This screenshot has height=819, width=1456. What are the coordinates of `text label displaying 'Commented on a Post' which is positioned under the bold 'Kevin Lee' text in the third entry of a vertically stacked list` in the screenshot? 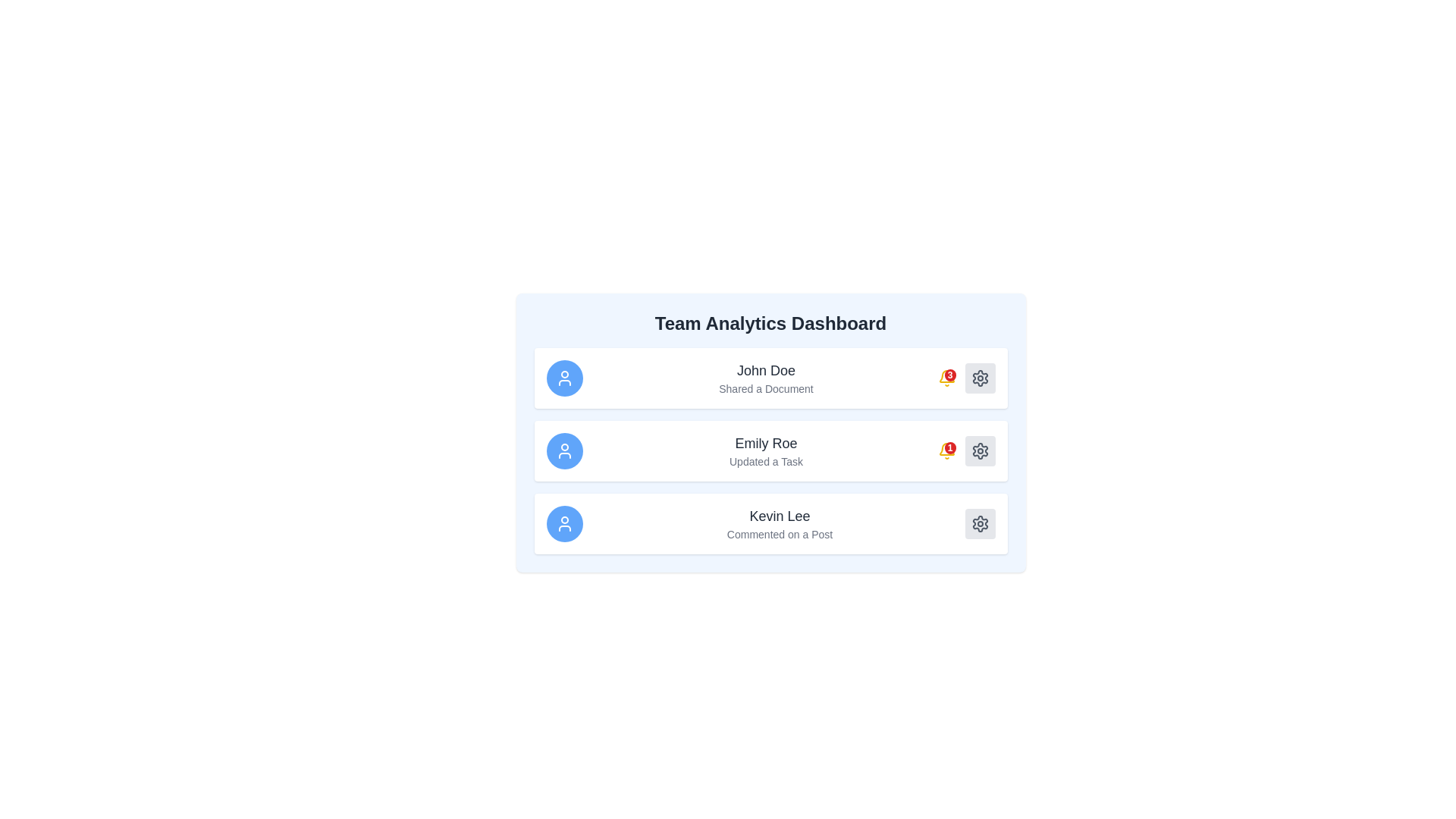 It's located at (780, 534).